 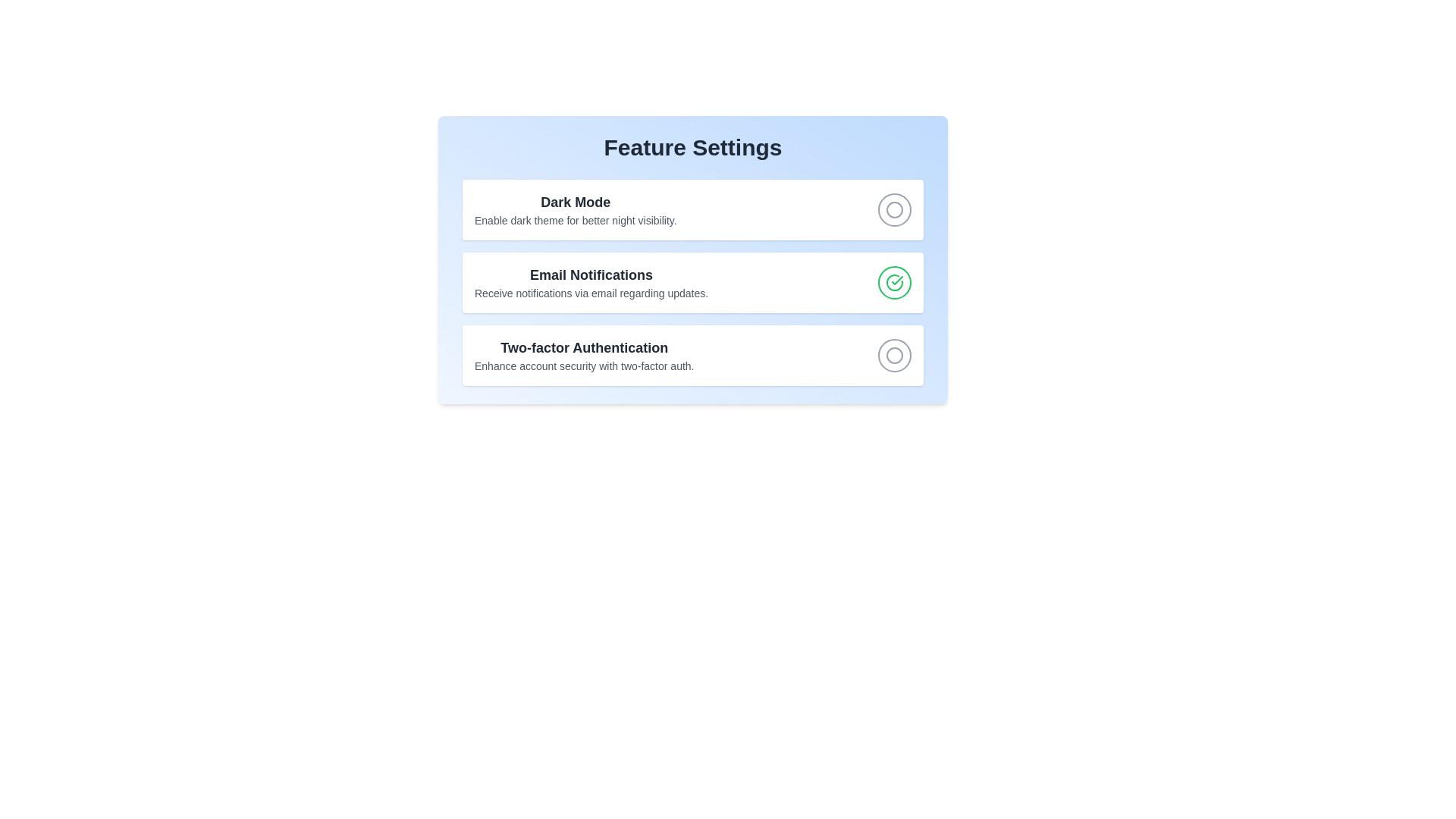 What do you see at coordinates (895, 283) in the screenshot?
I see `the 'Email Notifications' toggle button located` at bounding box center [895, 283].